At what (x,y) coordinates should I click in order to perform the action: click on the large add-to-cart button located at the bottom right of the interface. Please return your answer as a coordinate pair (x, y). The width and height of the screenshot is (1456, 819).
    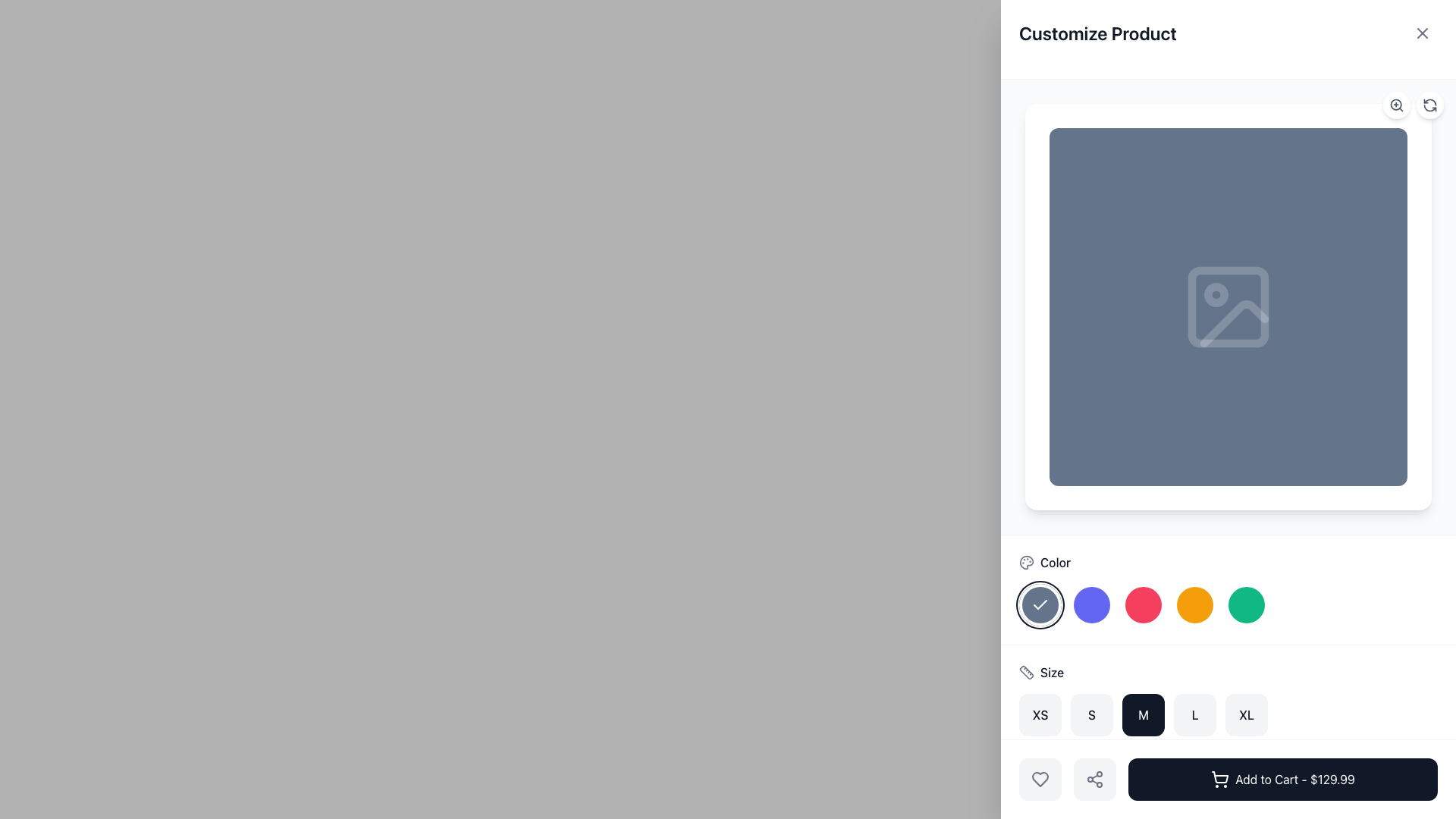
    Looking at the image, I should click on (1228, 780).